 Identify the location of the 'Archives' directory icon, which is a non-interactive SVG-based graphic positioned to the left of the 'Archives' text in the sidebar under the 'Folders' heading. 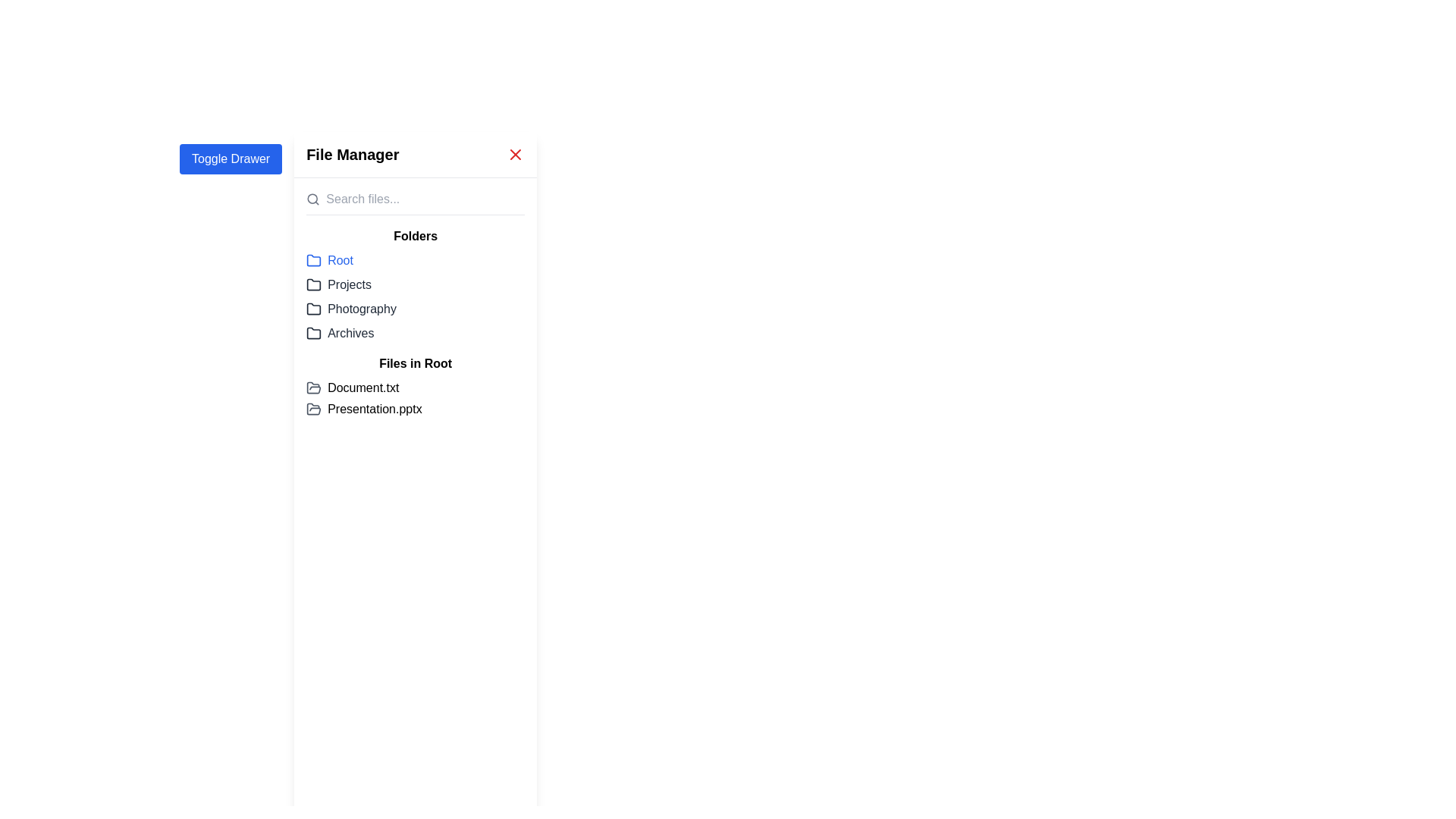
(313, 332).